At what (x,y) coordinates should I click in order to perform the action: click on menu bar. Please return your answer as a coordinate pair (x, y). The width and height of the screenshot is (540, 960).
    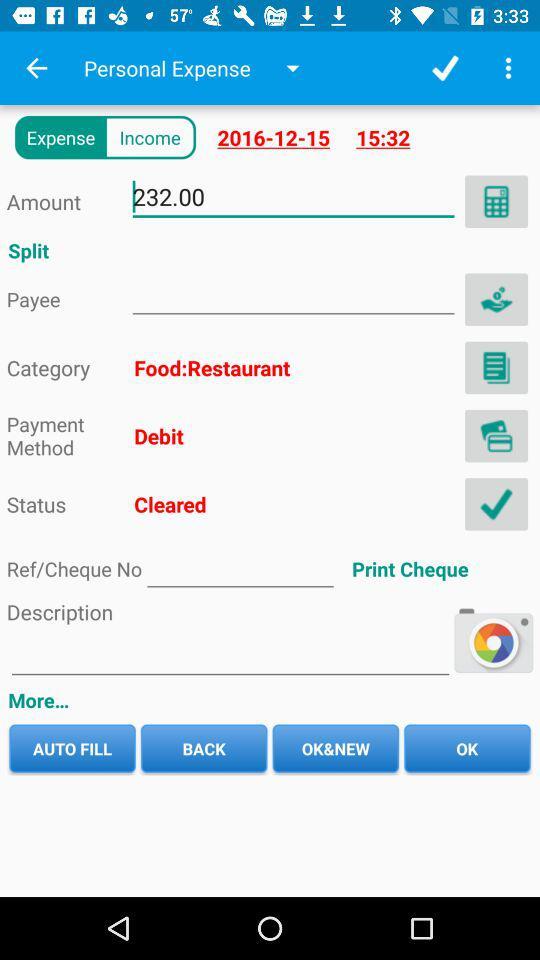
    Looking at the image, I should click on (508, 68).